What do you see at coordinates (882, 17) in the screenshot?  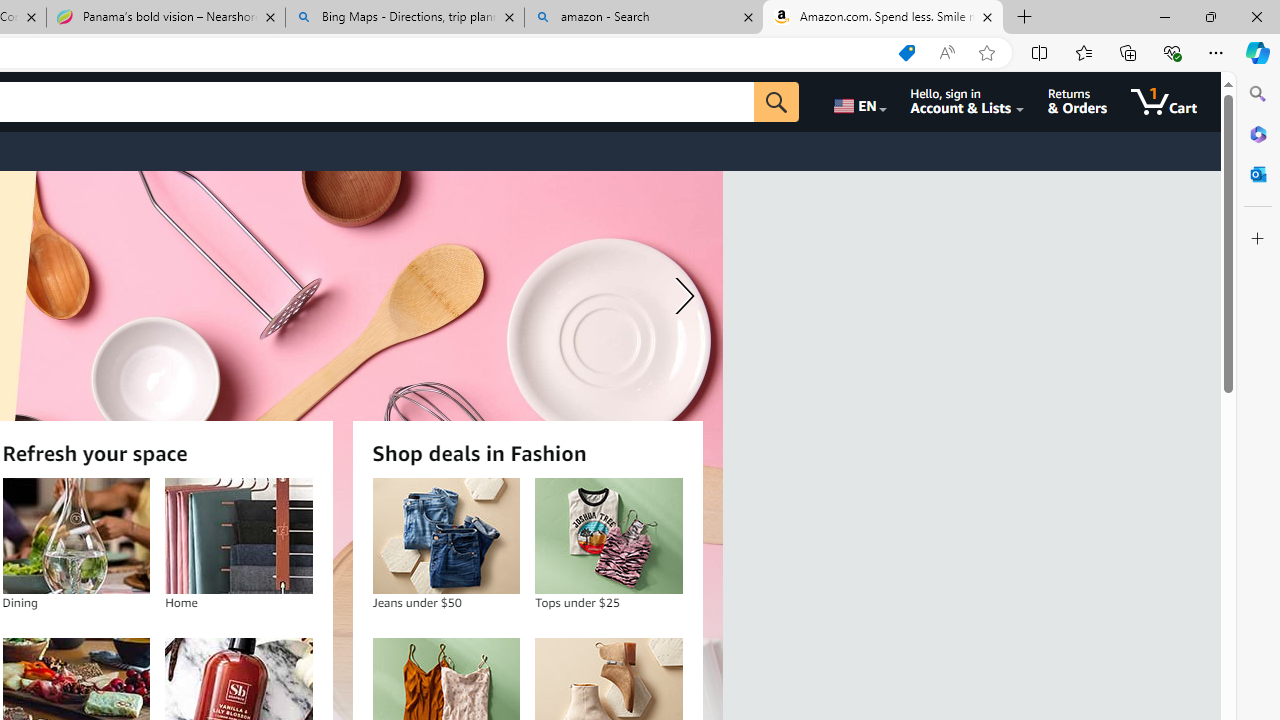 I see `'Amazon.com. Spend less. Smile more.'` at bounding box center [882, 17].